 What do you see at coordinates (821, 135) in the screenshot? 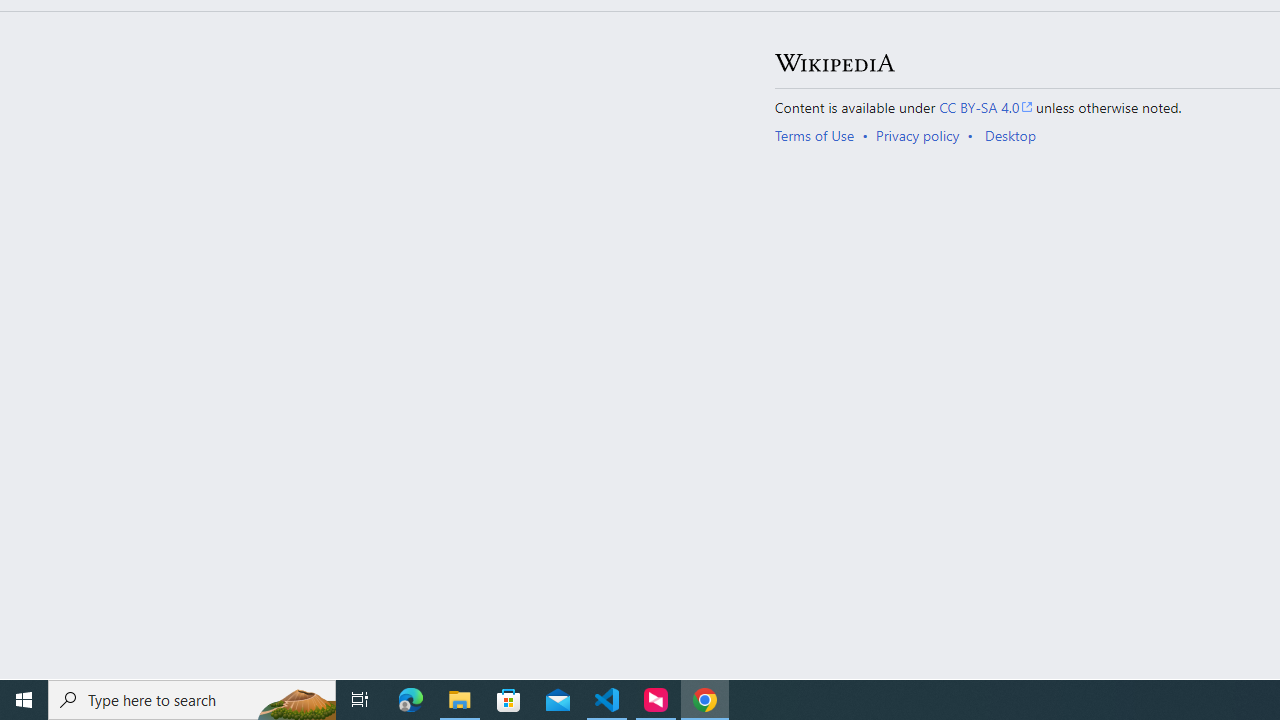
I see `'AutomationID: footer-places-terms-use'` at bounding box center [821, 135].